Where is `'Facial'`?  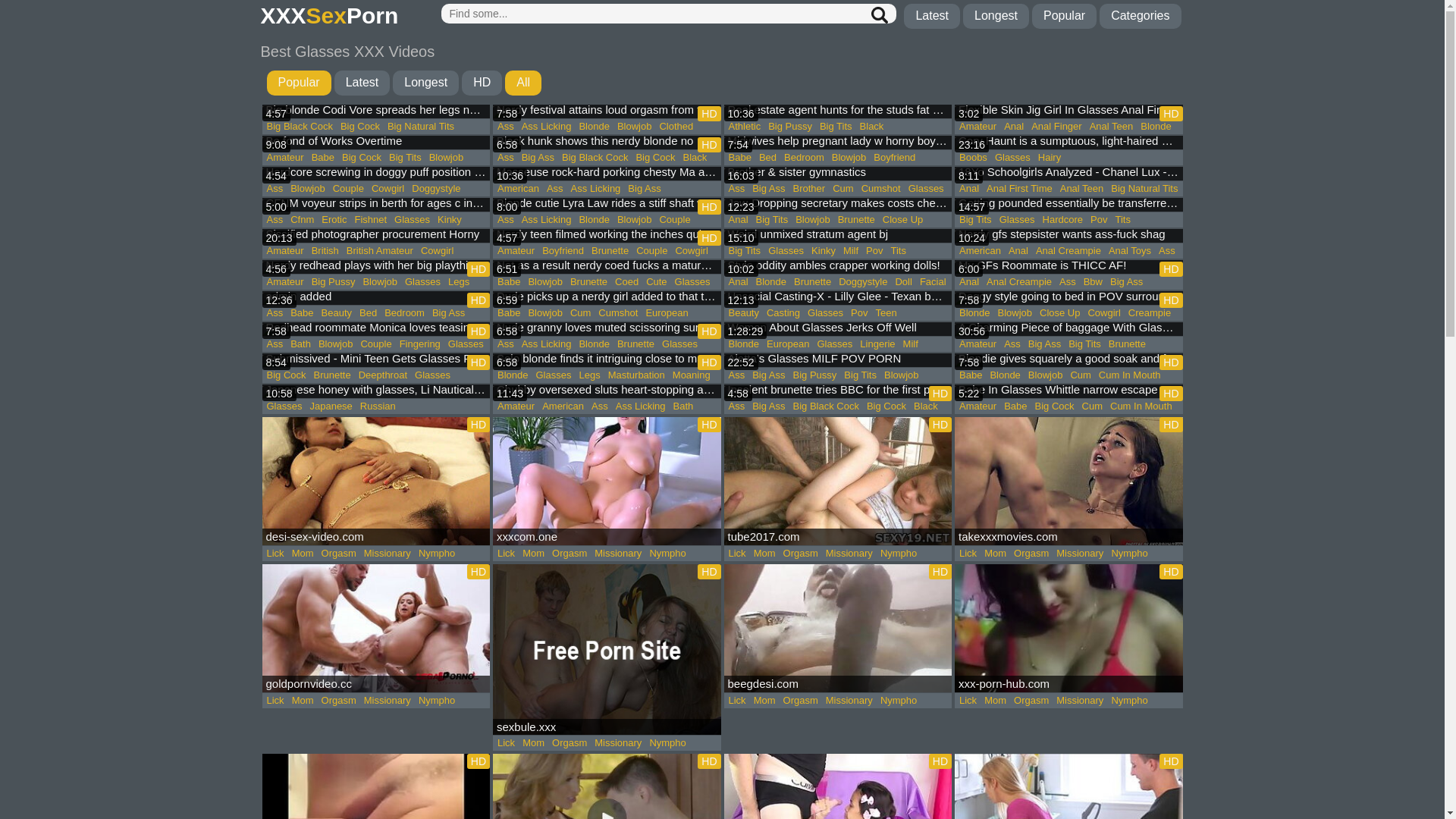
'Facial' is located at coordinates (932, 281).